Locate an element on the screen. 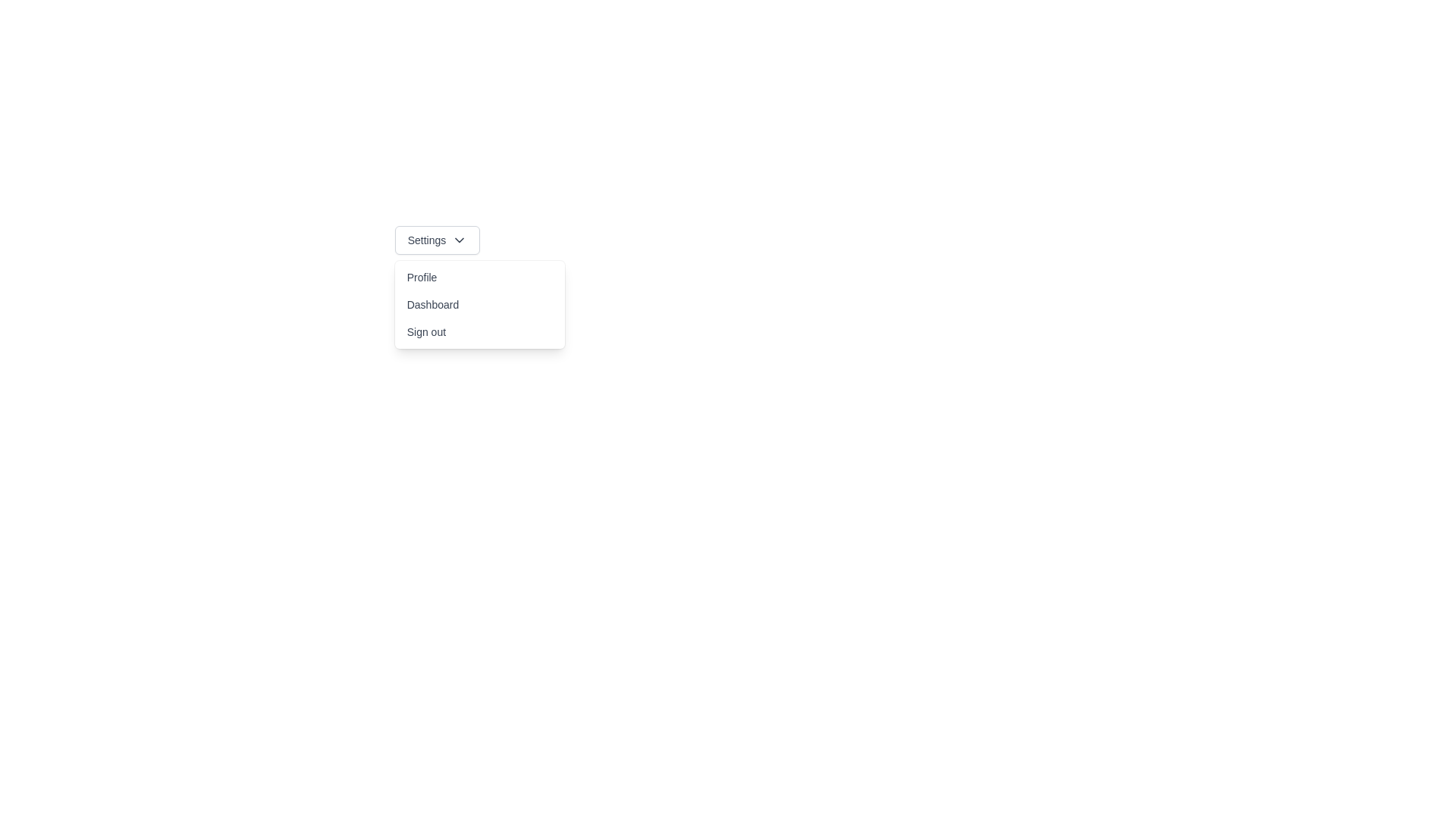 The width and height of the screenshot is (1456, 819). the 'Dashboard' option in the dropdown menu is located at coordinates (479, 304).